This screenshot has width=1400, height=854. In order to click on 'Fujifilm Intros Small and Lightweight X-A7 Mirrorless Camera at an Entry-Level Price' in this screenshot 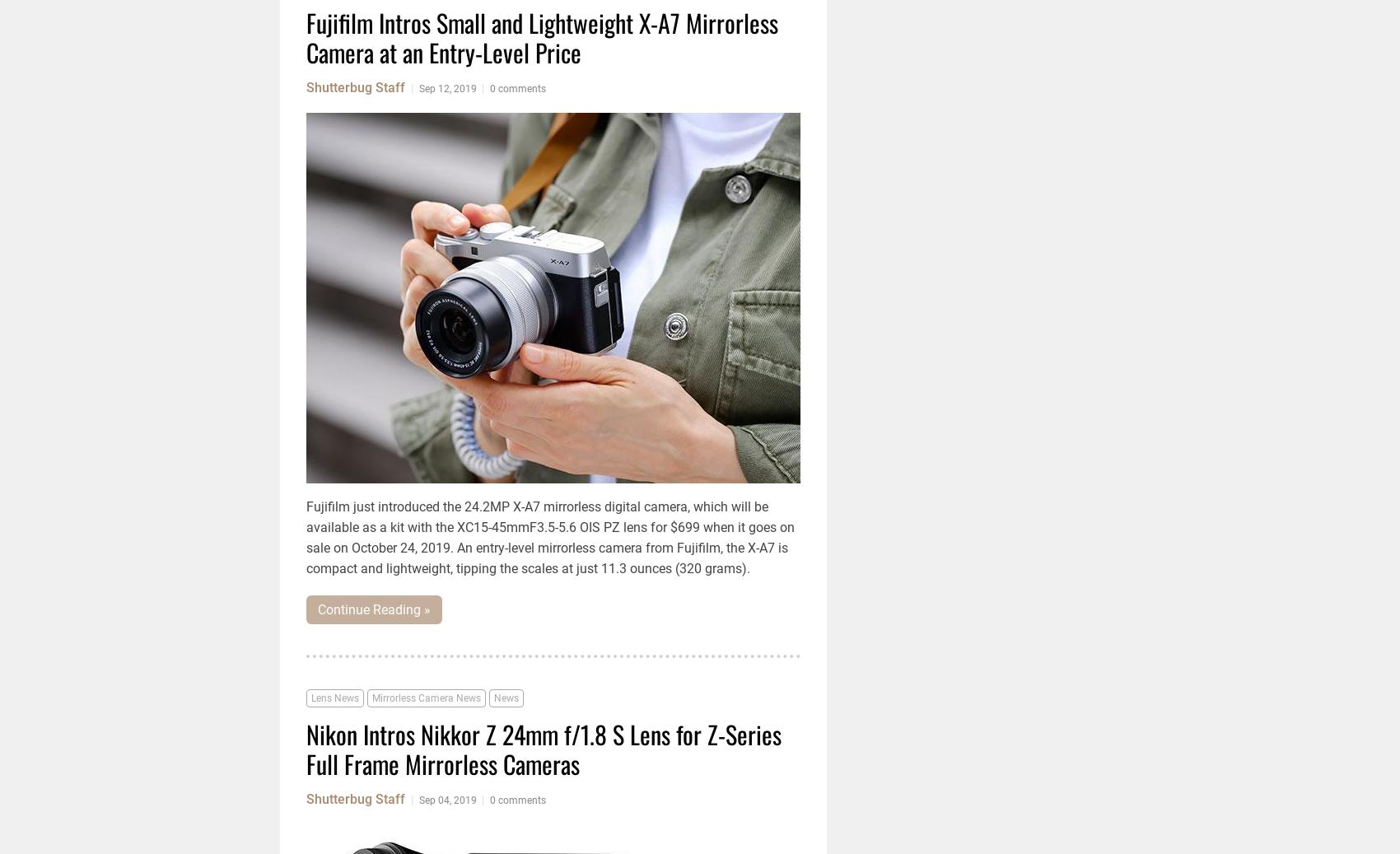, I will do `click(305, 36)`.